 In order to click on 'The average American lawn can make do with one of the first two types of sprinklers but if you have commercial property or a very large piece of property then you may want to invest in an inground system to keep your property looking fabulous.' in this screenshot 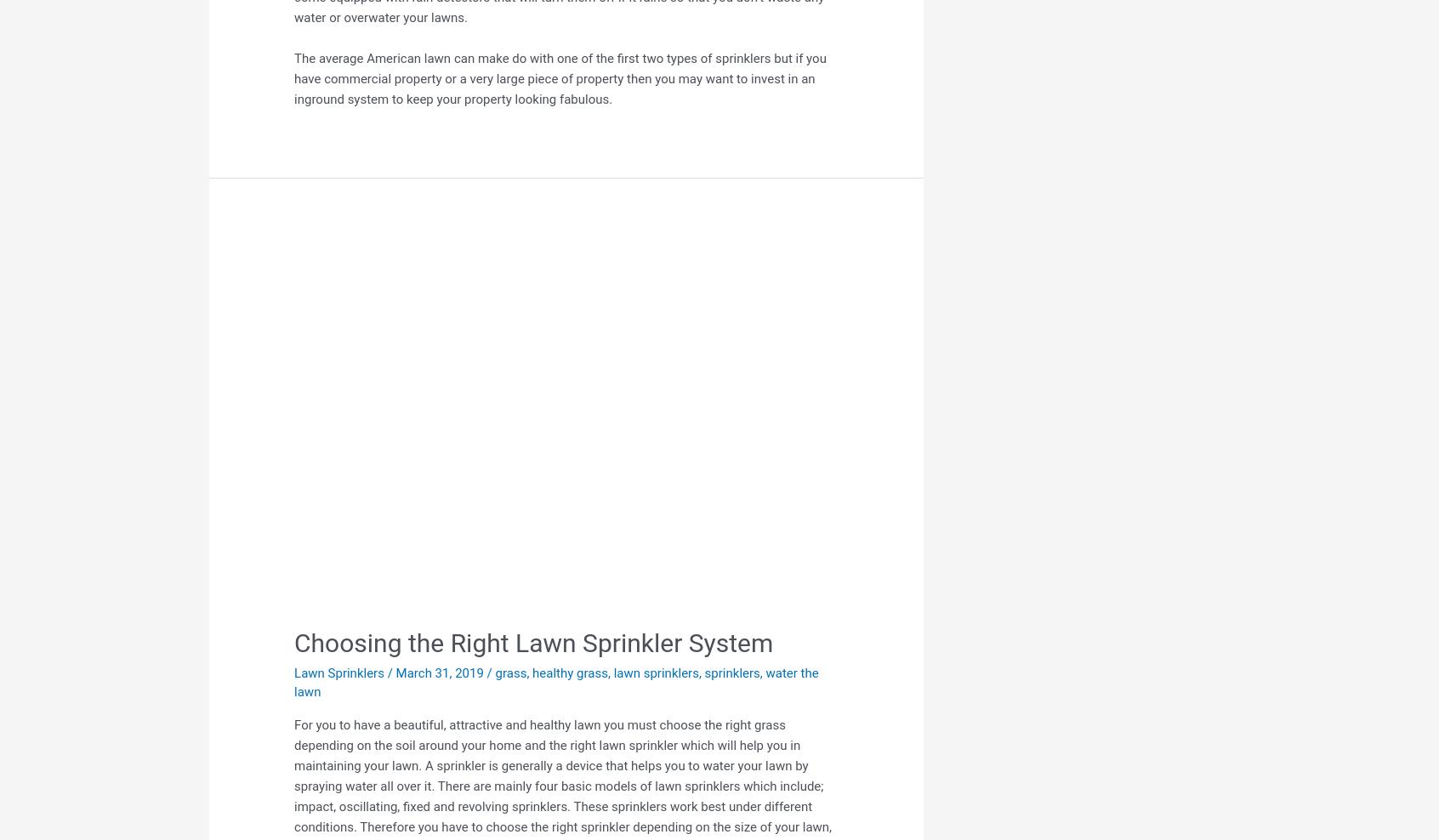, I will do `click(560, 77)`.